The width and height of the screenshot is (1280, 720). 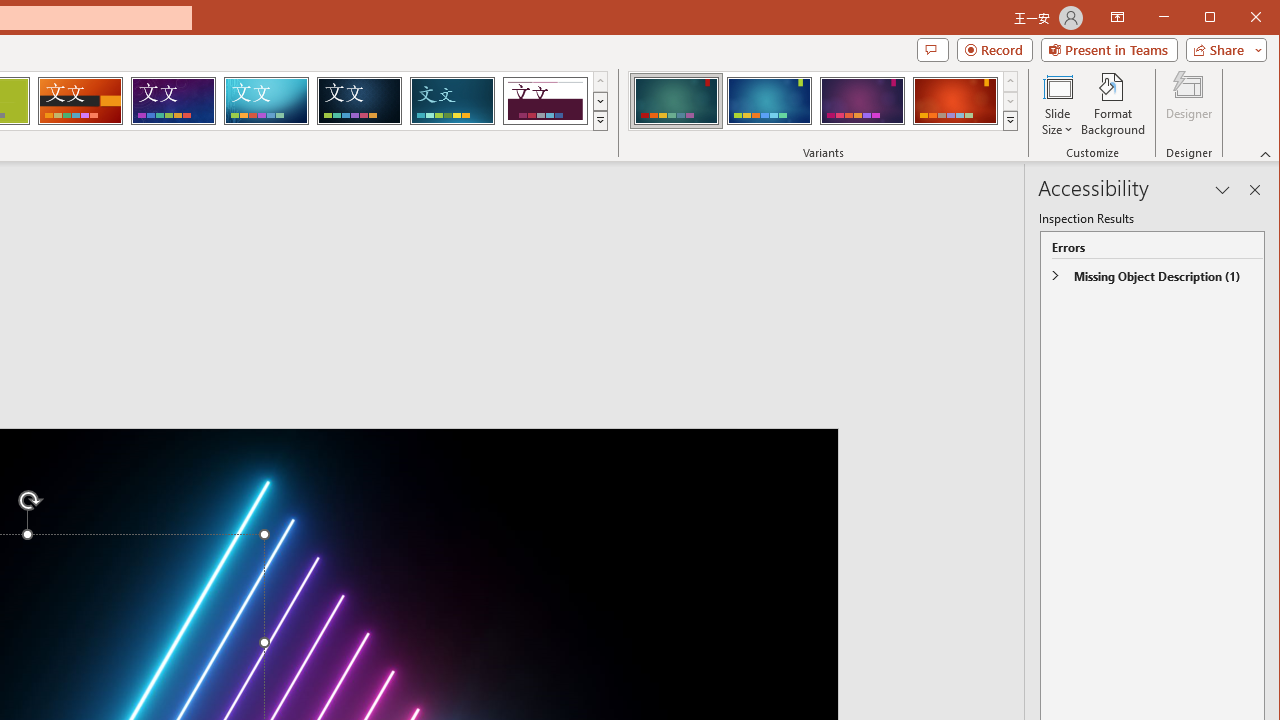 What do you see at coordinates (1238, 19) in the screenshot?
I see `'Maximize'` at bounding box center [1238, 19].